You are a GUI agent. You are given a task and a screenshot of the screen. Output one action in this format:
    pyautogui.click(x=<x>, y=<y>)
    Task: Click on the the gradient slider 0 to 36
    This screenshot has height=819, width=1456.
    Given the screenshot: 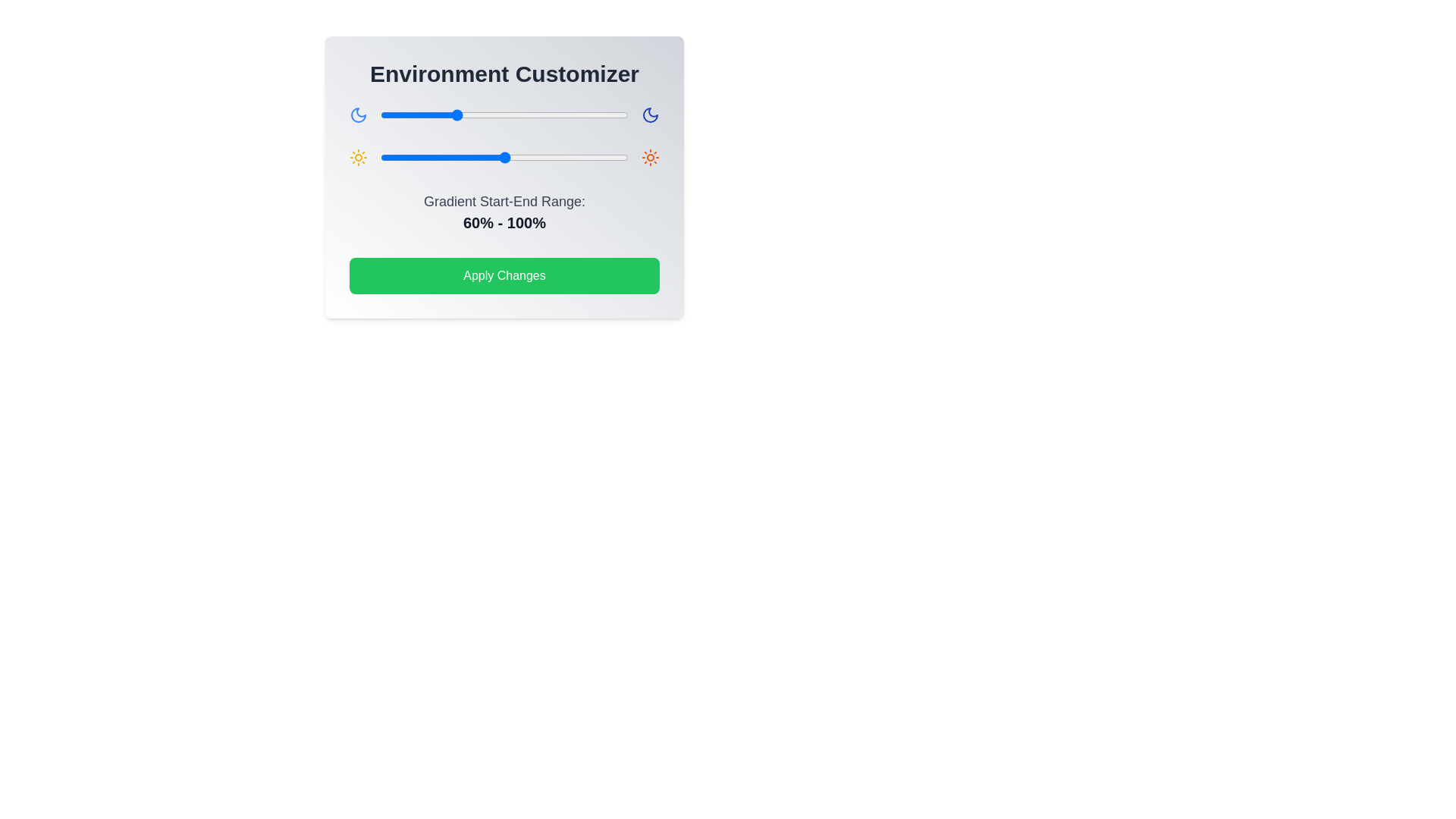 What is the action you would take?
    pyautogui.click(x=425, y=114)
    